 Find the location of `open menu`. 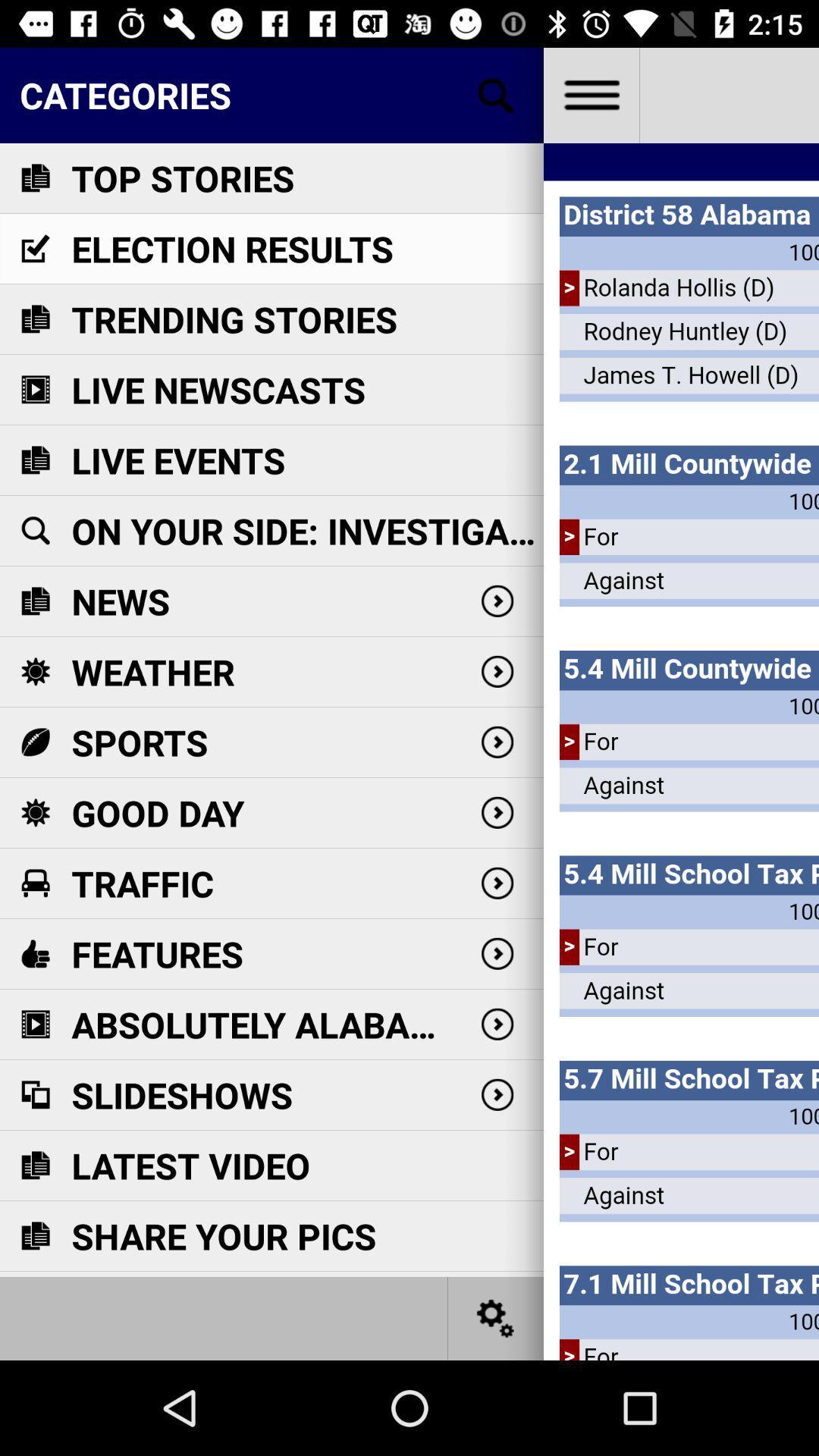

open menu is located at coordinates (590, 94).